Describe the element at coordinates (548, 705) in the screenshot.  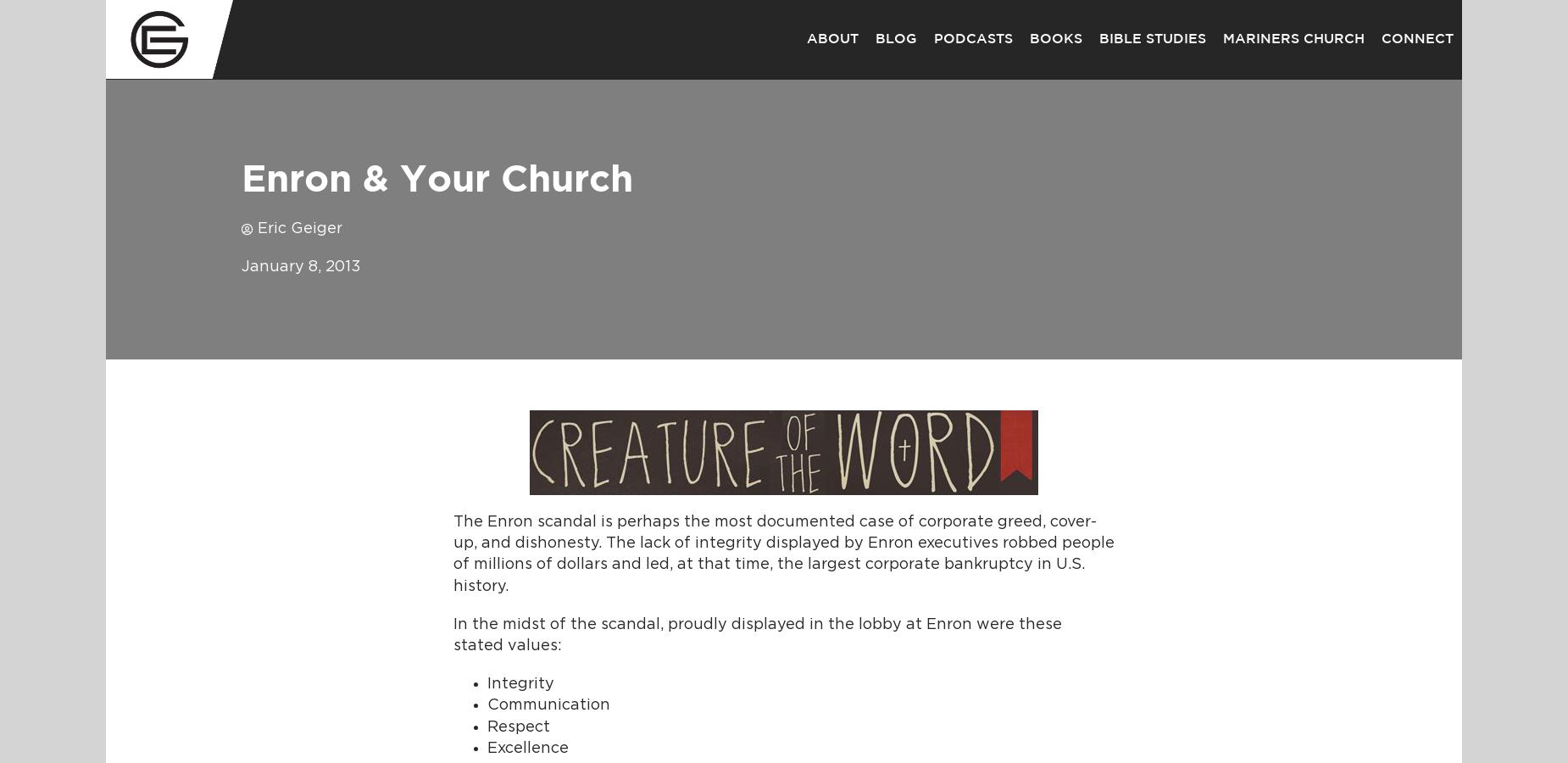
I see `'Communication'` at that location.